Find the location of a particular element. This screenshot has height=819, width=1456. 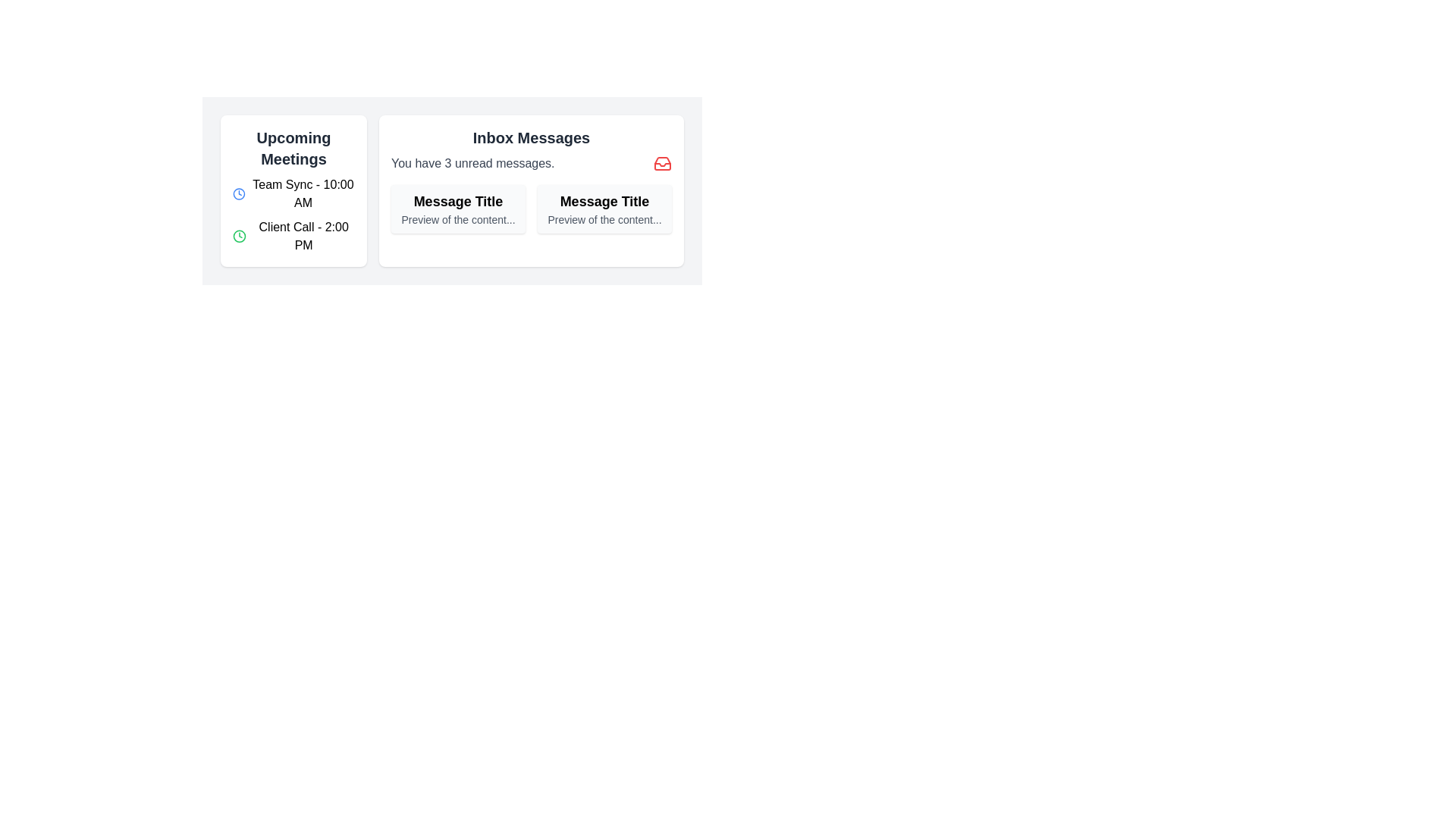

the circular clock icon with a blue outline located to the left of the text 'Team Sync - 10:00 AM' in the 'Upcoming Meetings' section is located at coordinates (238, 193).